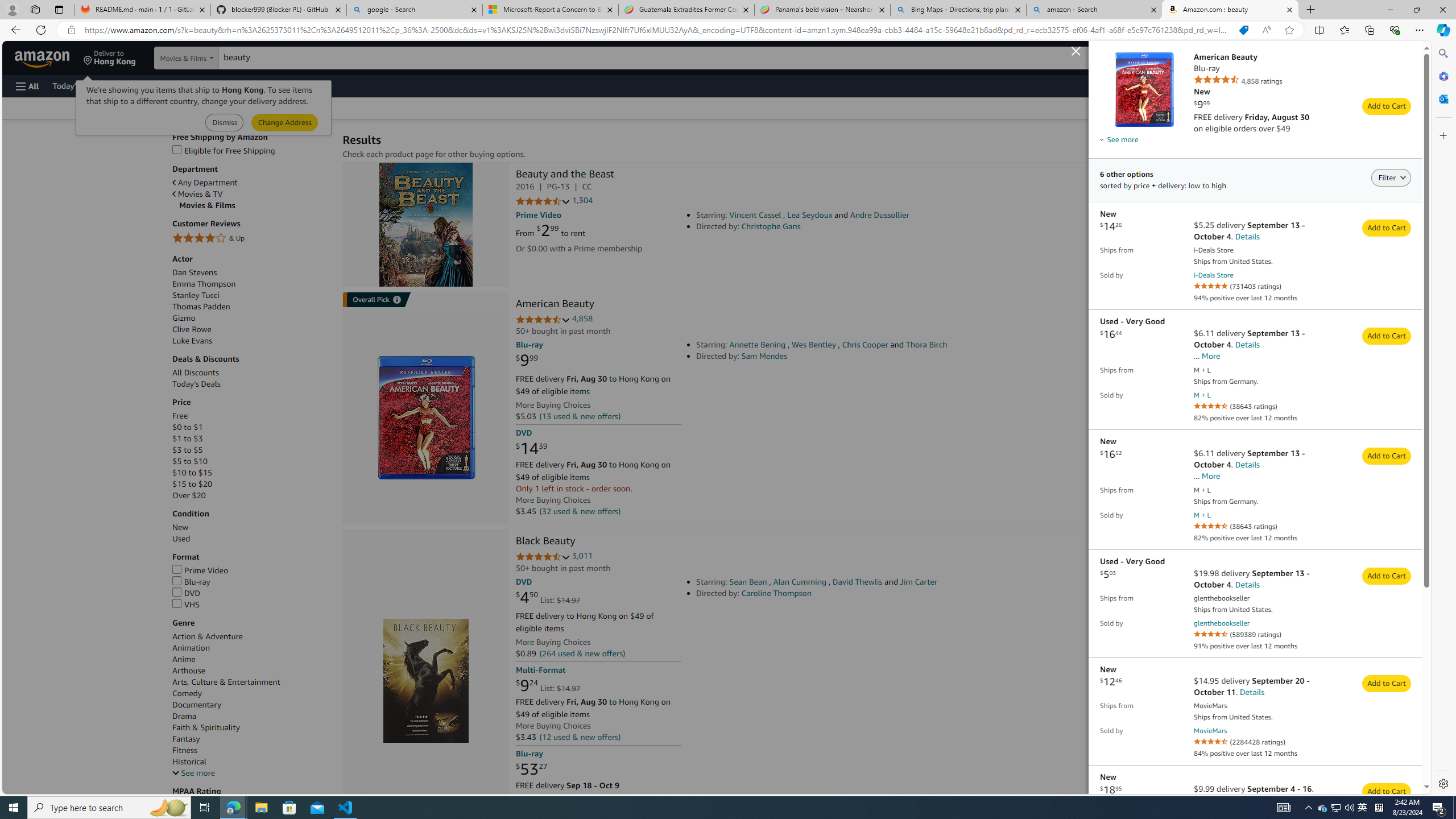 This screenshot has height=819, width=1456. I want to click on 'Animation', so click(190, 647).